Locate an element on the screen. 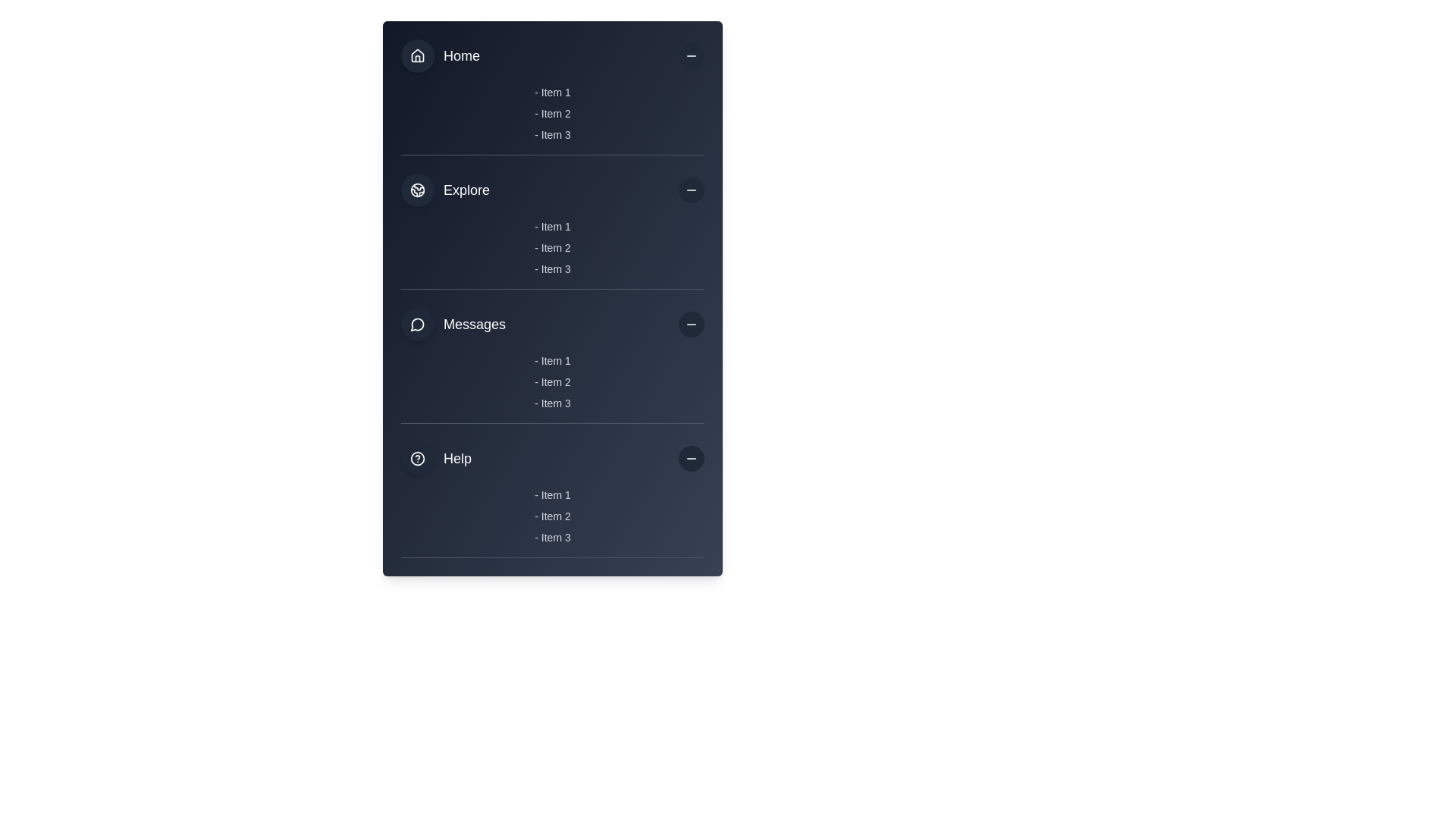 The width and height of the screenshot is (1456, 819). the text element reading '- Item 1', which is the first item in the vertical list under the 'Help' section is located at coordinates (552, 494).